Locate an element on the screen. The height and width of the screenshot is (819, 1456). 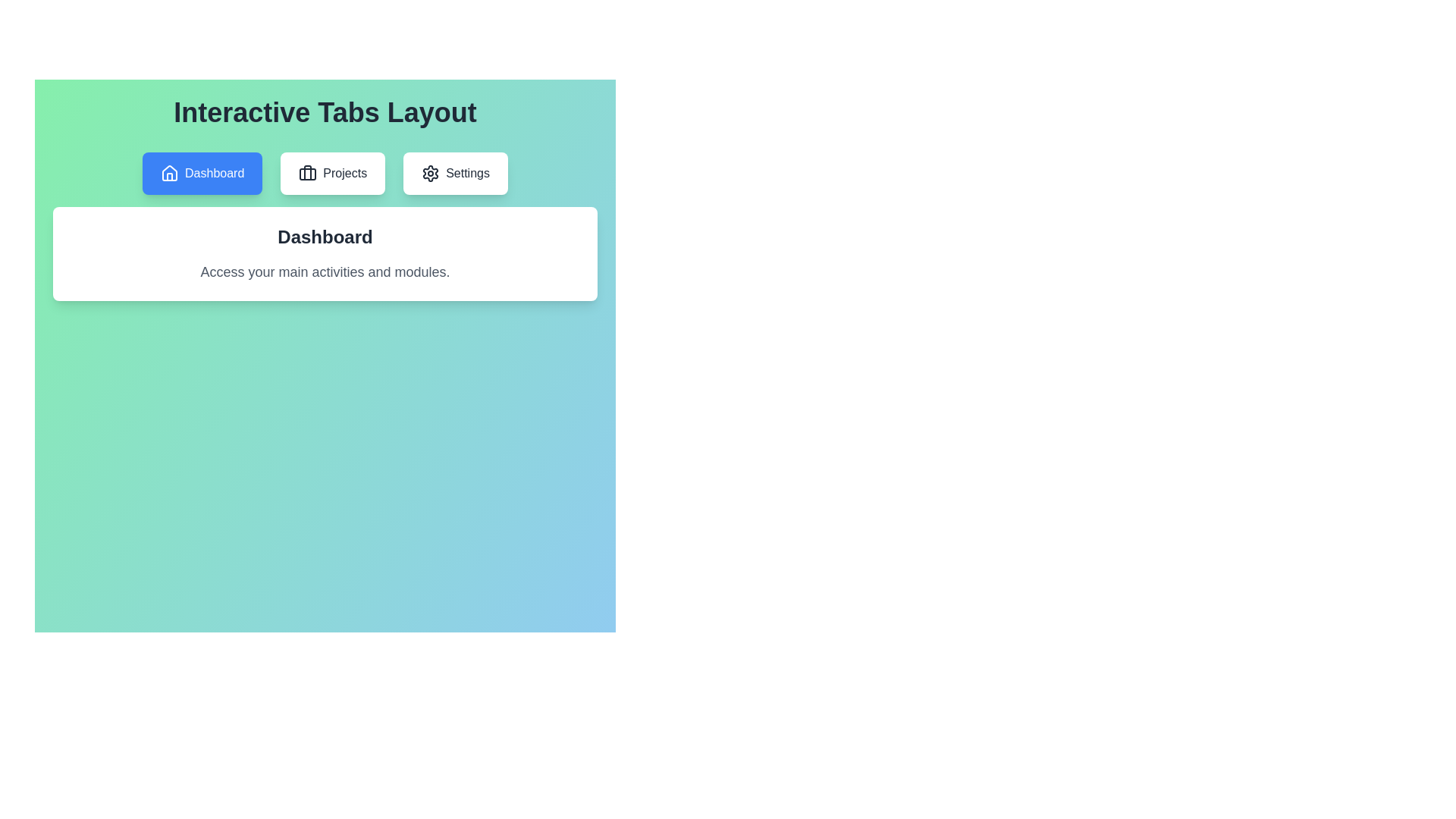
the Projects tab to switch to its content is located at coordinates (332, 172).